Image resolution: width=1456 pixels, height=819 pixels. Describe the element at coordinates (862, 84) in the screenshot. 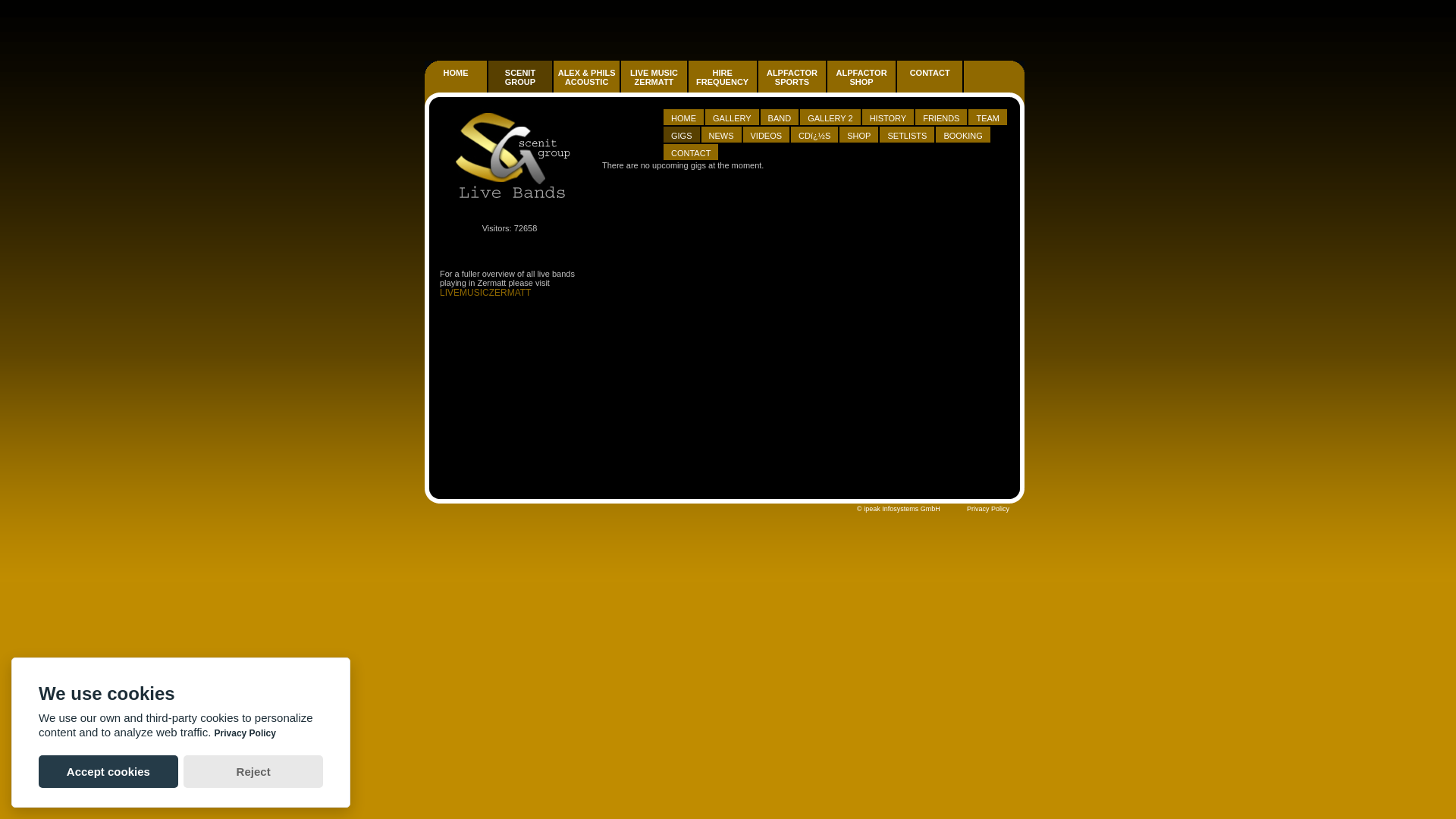

I see `'ALPFACTOR` at that location.